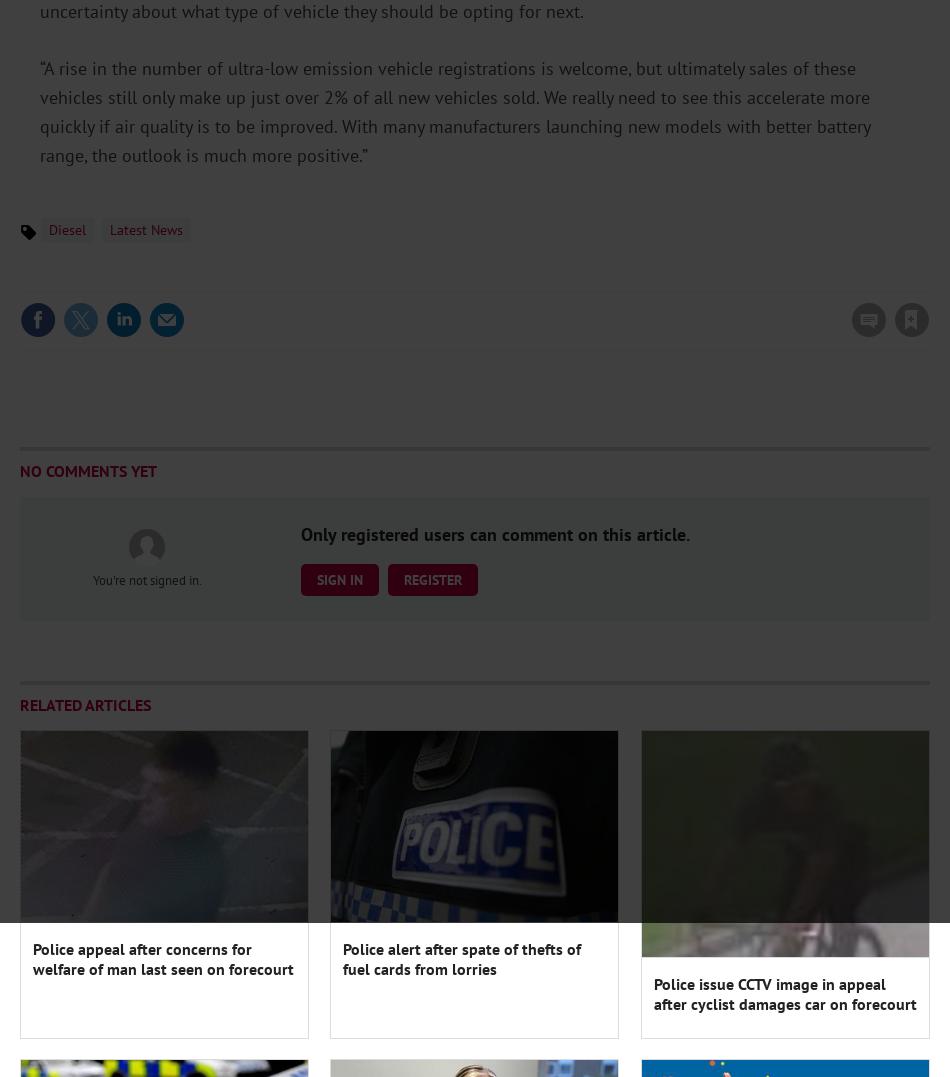 This screenshot has width=950, height=1077. What do you see at coordinates (231, 844) in the screenshot?
I see `'How EV charging can help future-proof your forecourt'` at bounding box center [231, 844].